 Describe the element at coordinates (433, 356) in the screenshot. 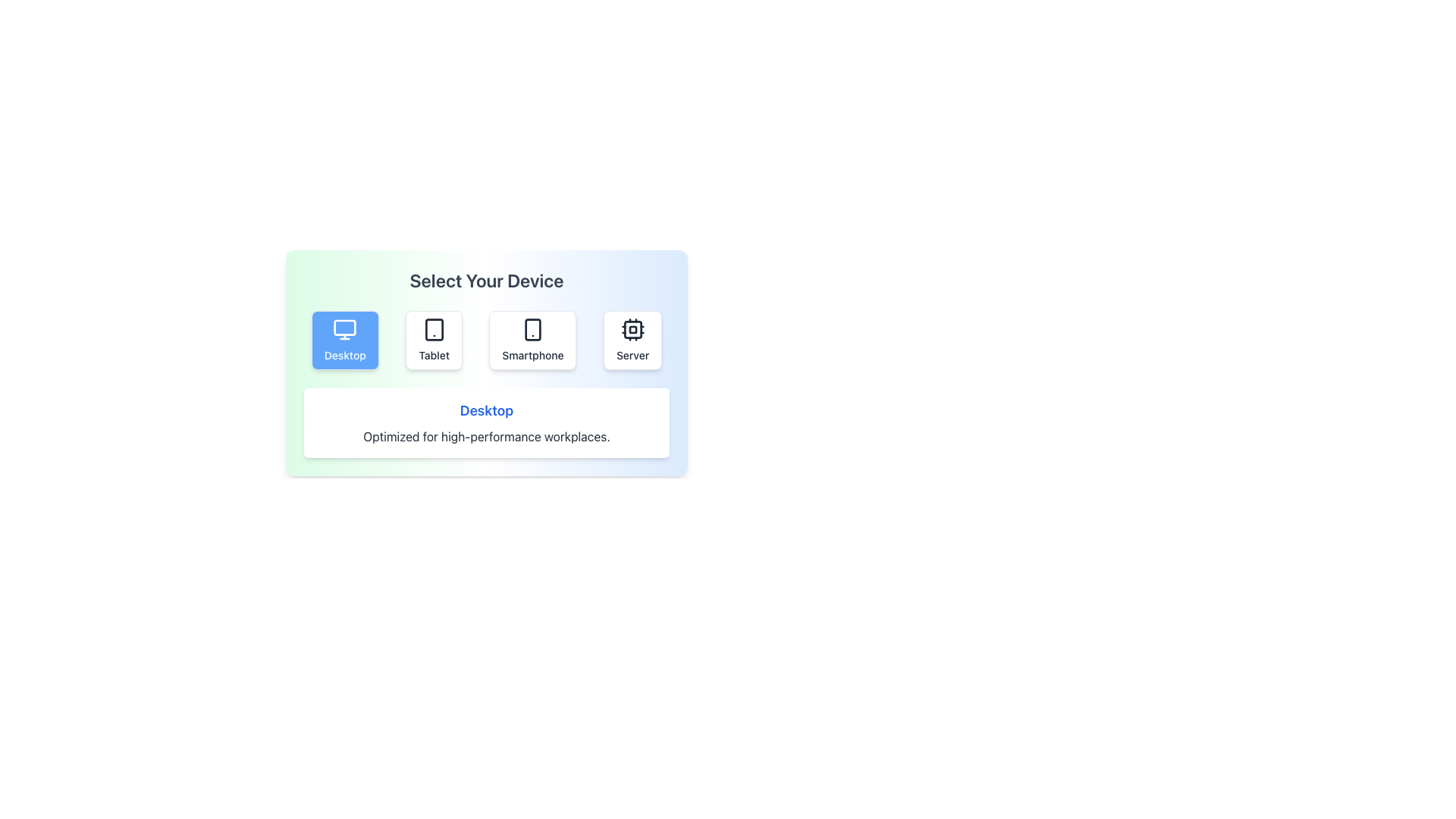

I see `text label that displays 'Tablet', which is styled with a small font size and medium weight, appearing in black against a white background` at that location.